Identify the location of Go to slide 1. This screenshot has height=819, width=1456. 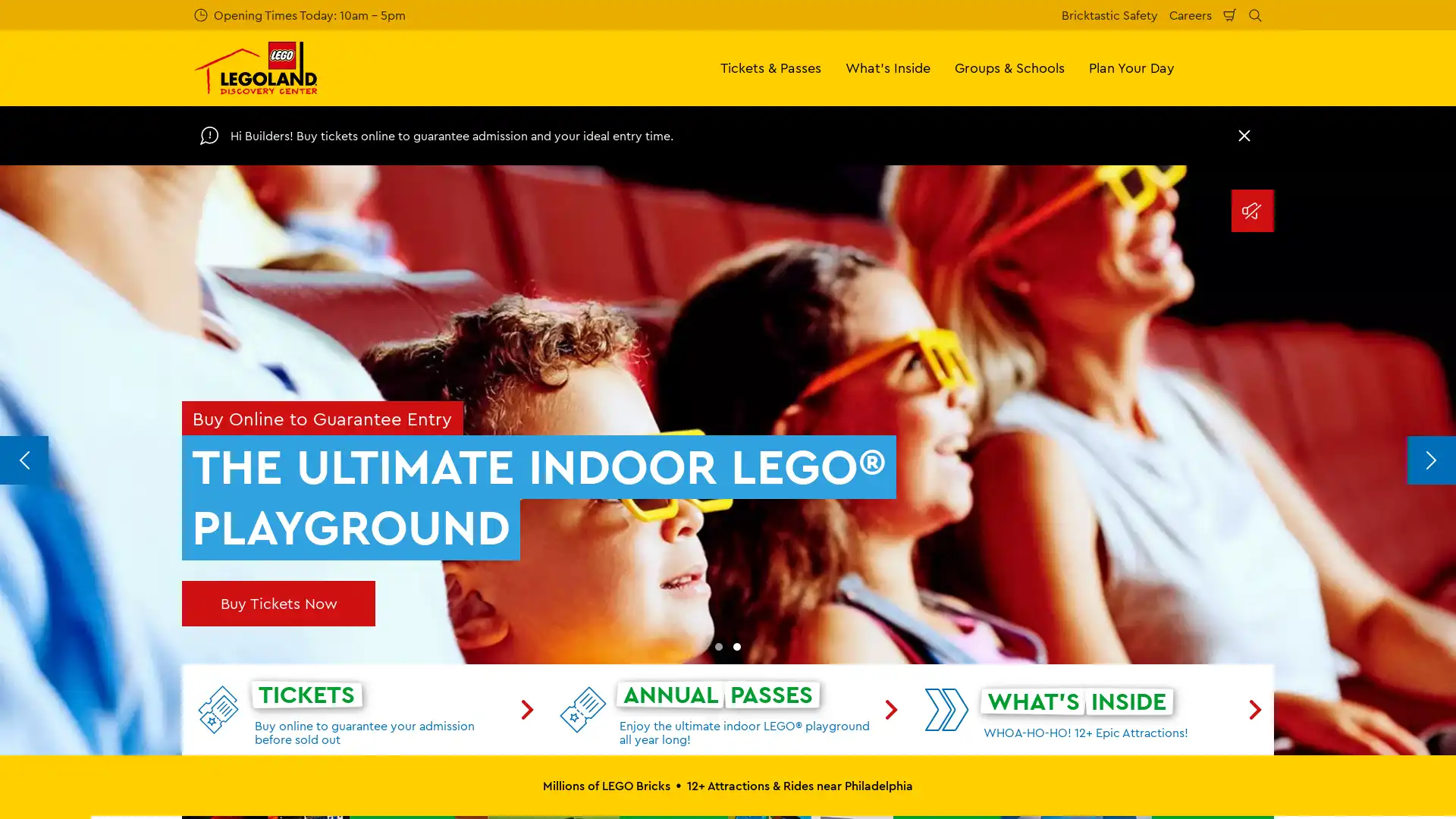
(718, 646).